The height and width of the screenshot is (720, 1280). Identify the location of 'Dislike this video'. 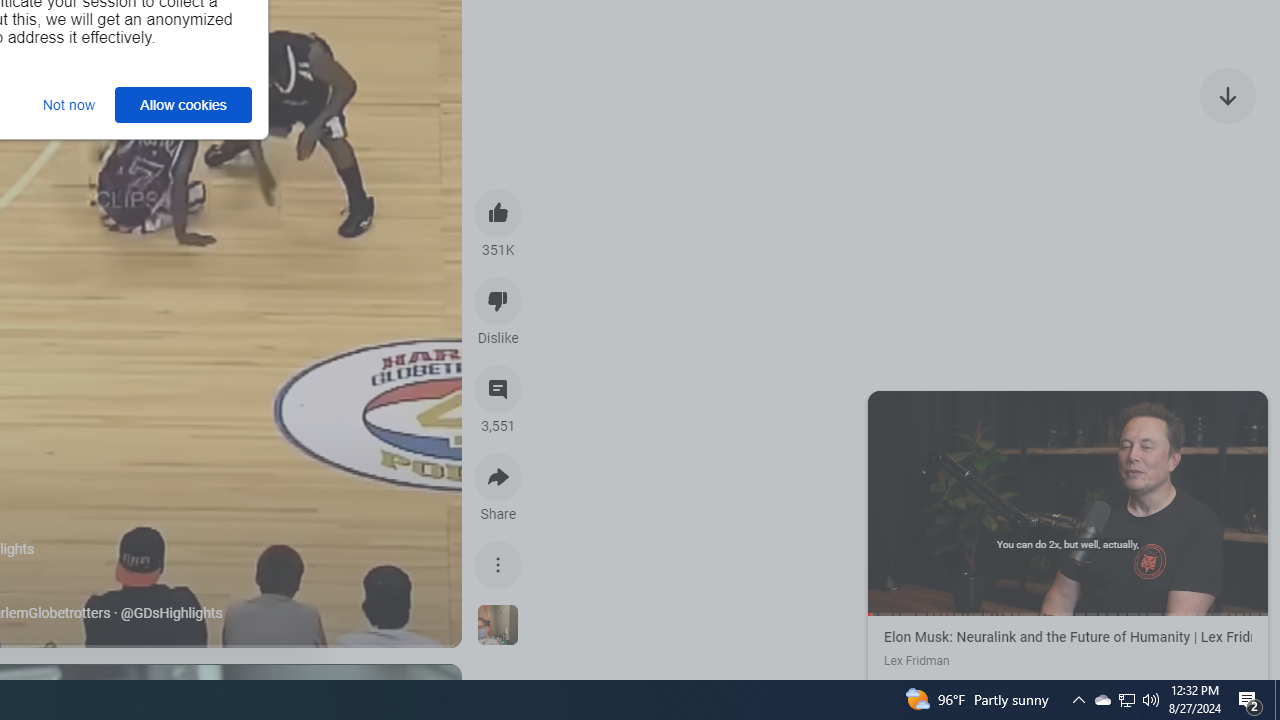
(498, 300).